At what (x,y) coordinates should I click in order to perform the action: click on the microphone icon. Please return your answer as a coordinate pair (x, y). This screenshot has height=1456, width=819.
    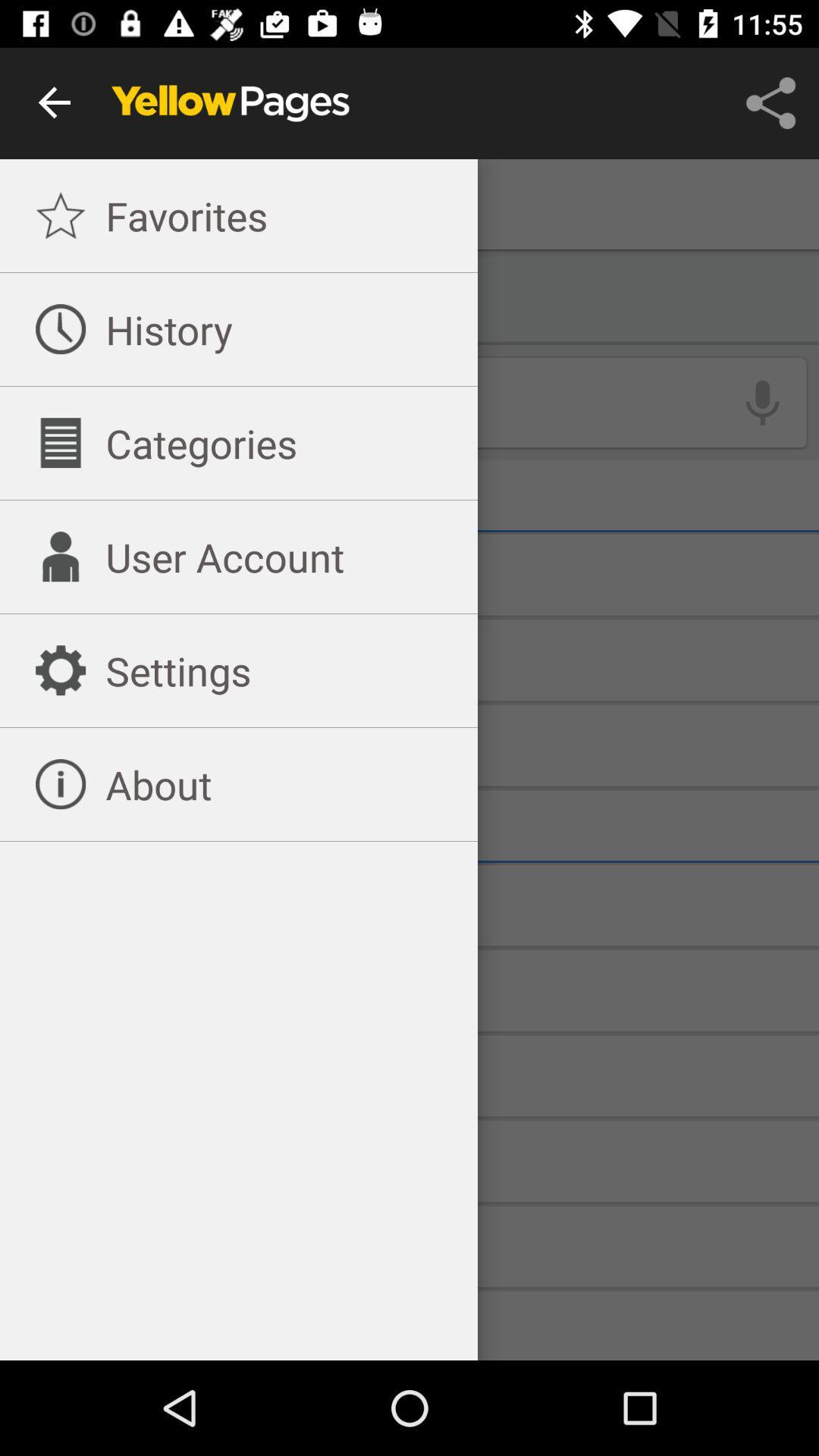
    Looking at the image, I should click on (762, 403).